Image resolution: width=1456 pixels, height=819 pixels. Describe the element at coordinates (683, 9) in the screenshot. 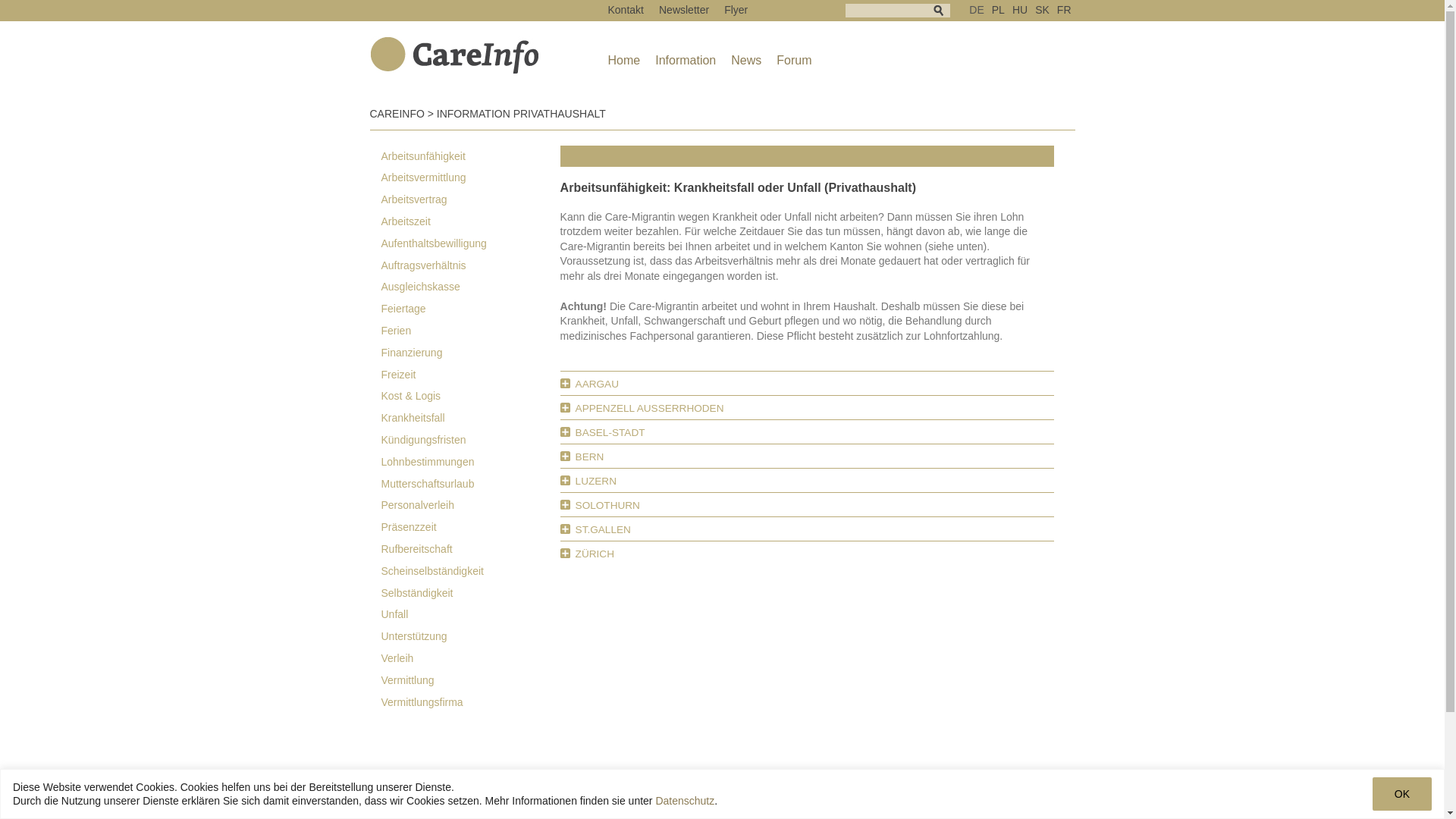

I see `'Newsletter'` at that location.